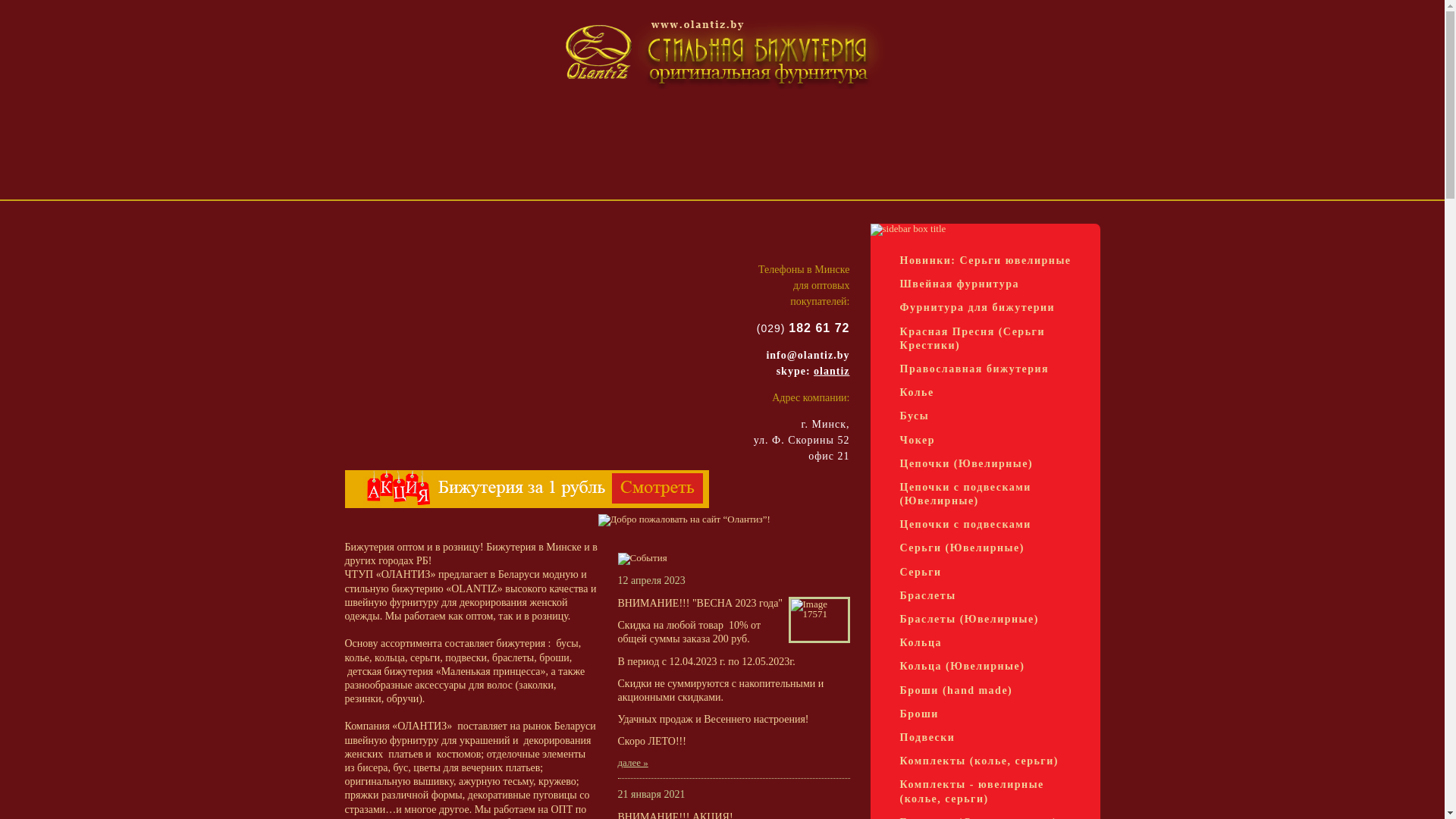  What do you see at coordinates (830, 371) in the screenshot?
I see `'olantiz'` at bounding box center [830, 371].